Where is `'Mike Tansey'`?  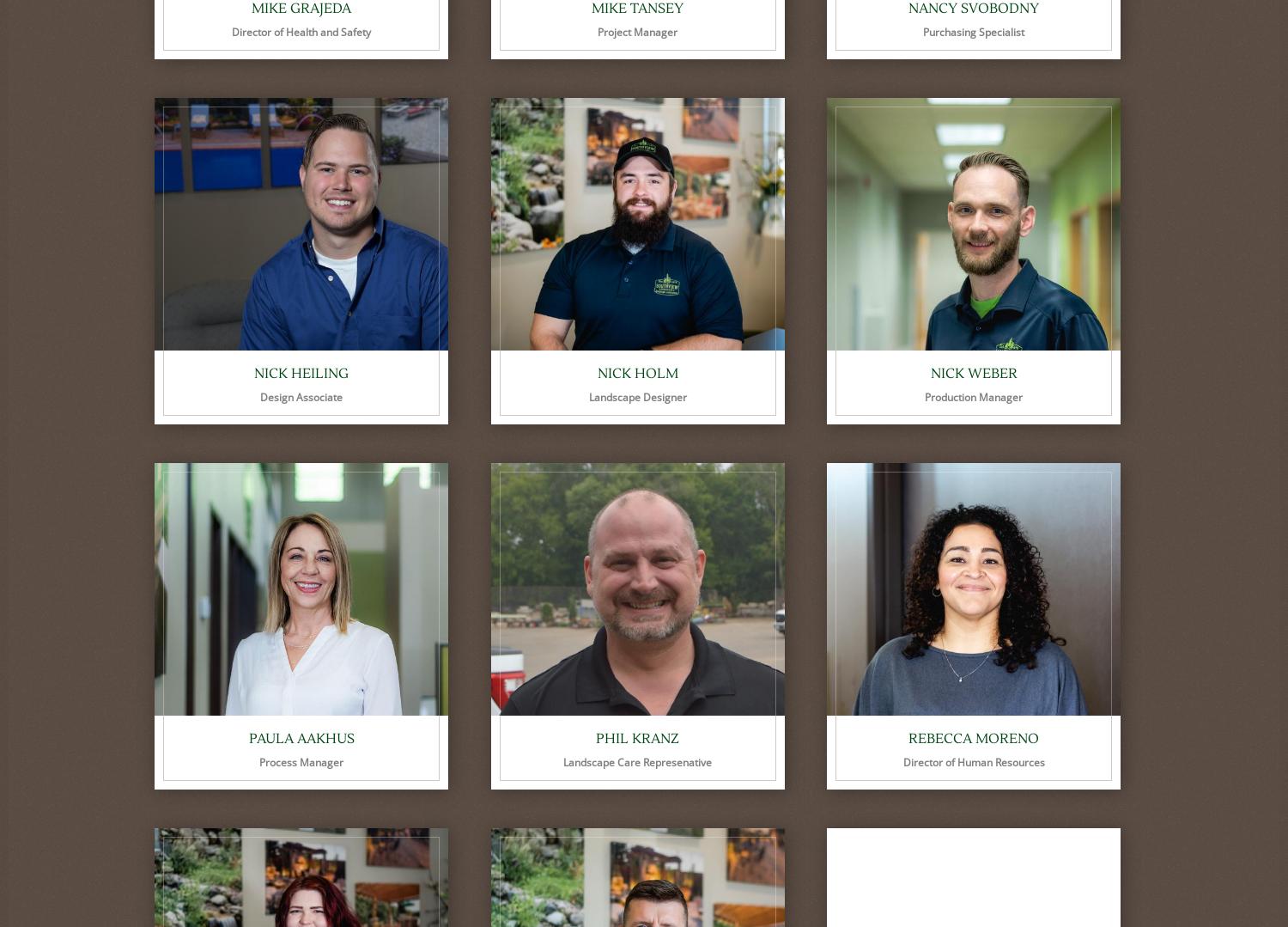
'Mike Tansey' is located at coordinates (636, 9).